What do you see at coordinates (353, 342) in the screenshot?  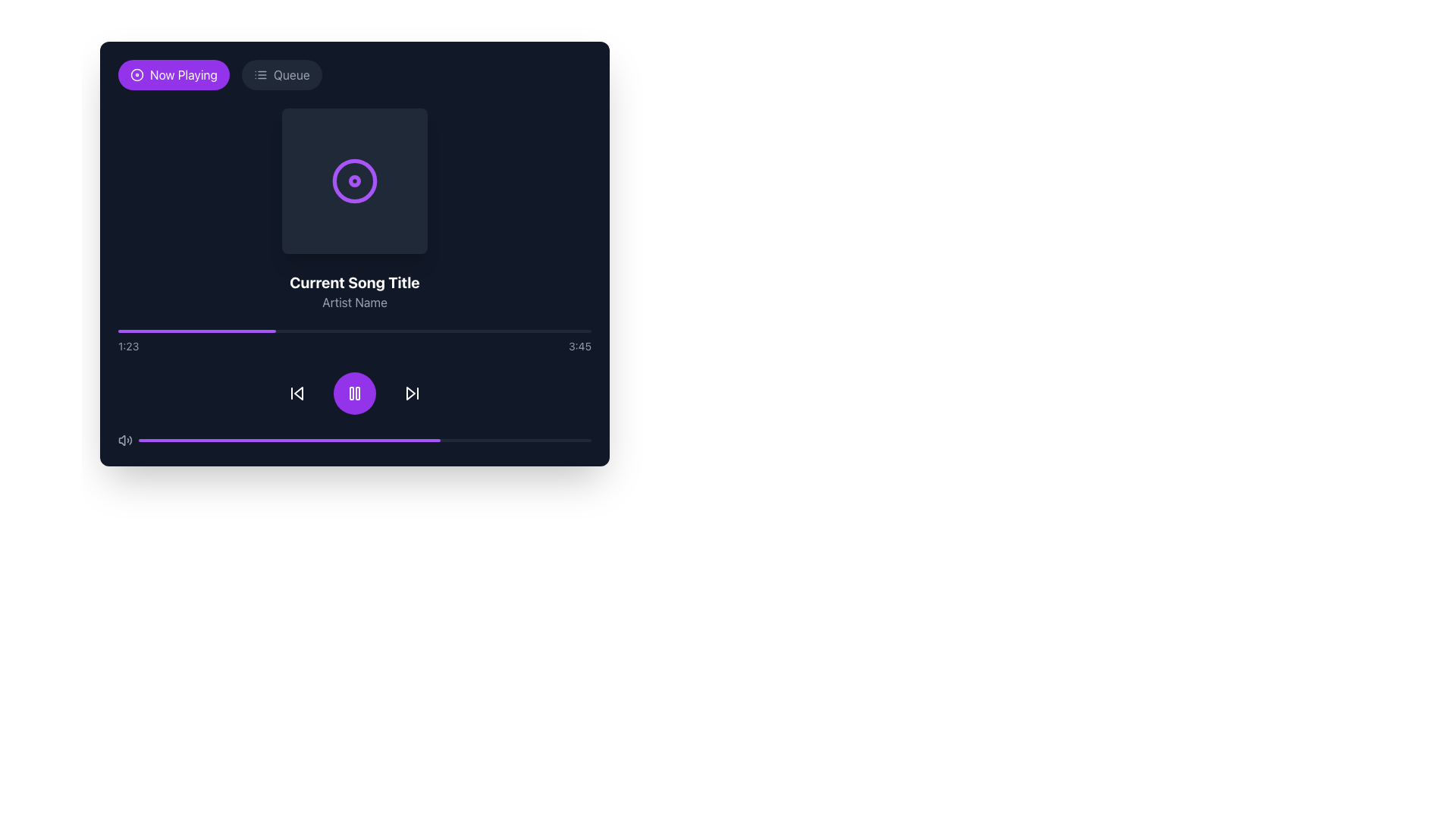 I see `the purple section of the progress bar located below the title 'Current Song Title' and the artist's name to adjust the playback position` at bounding box center [353, 342].